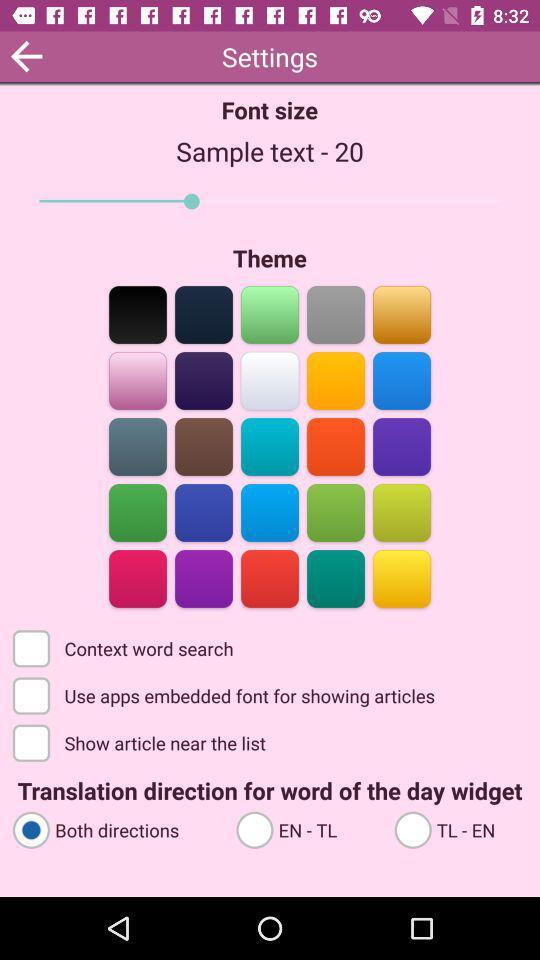 This screenshot has height=960, width=540. What do you see at coordinates (203, 445) in the screenshot?
I see `switch brown color` at bounding box center [203, 445].